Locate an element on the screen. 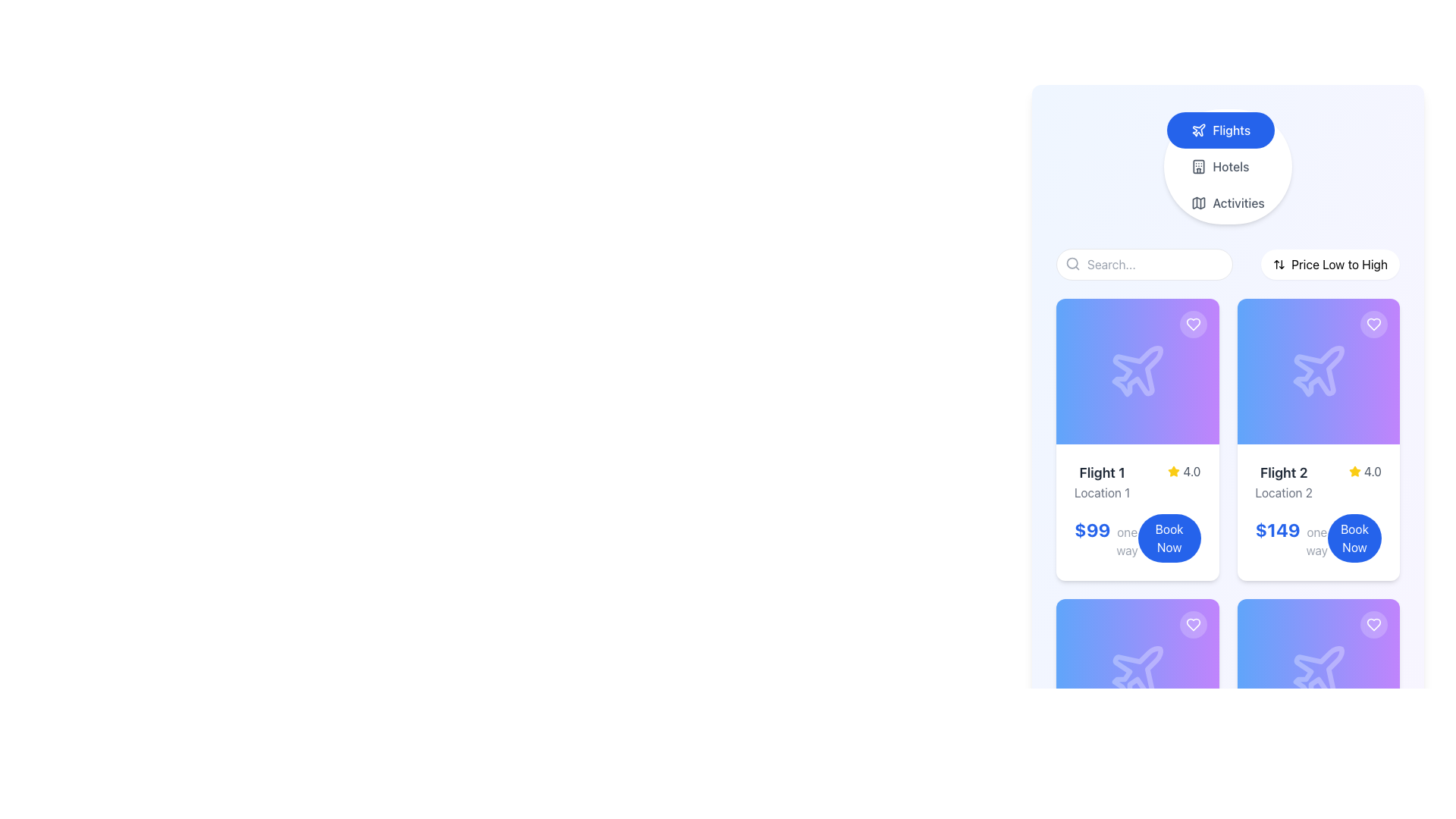 The height and width of the screenshot is (819, 1456). the yellow star-shaped icon representing a rating of 4.0 located in the right-hand column of the first row of flight listing cards is located at coordinates (1354, 470).